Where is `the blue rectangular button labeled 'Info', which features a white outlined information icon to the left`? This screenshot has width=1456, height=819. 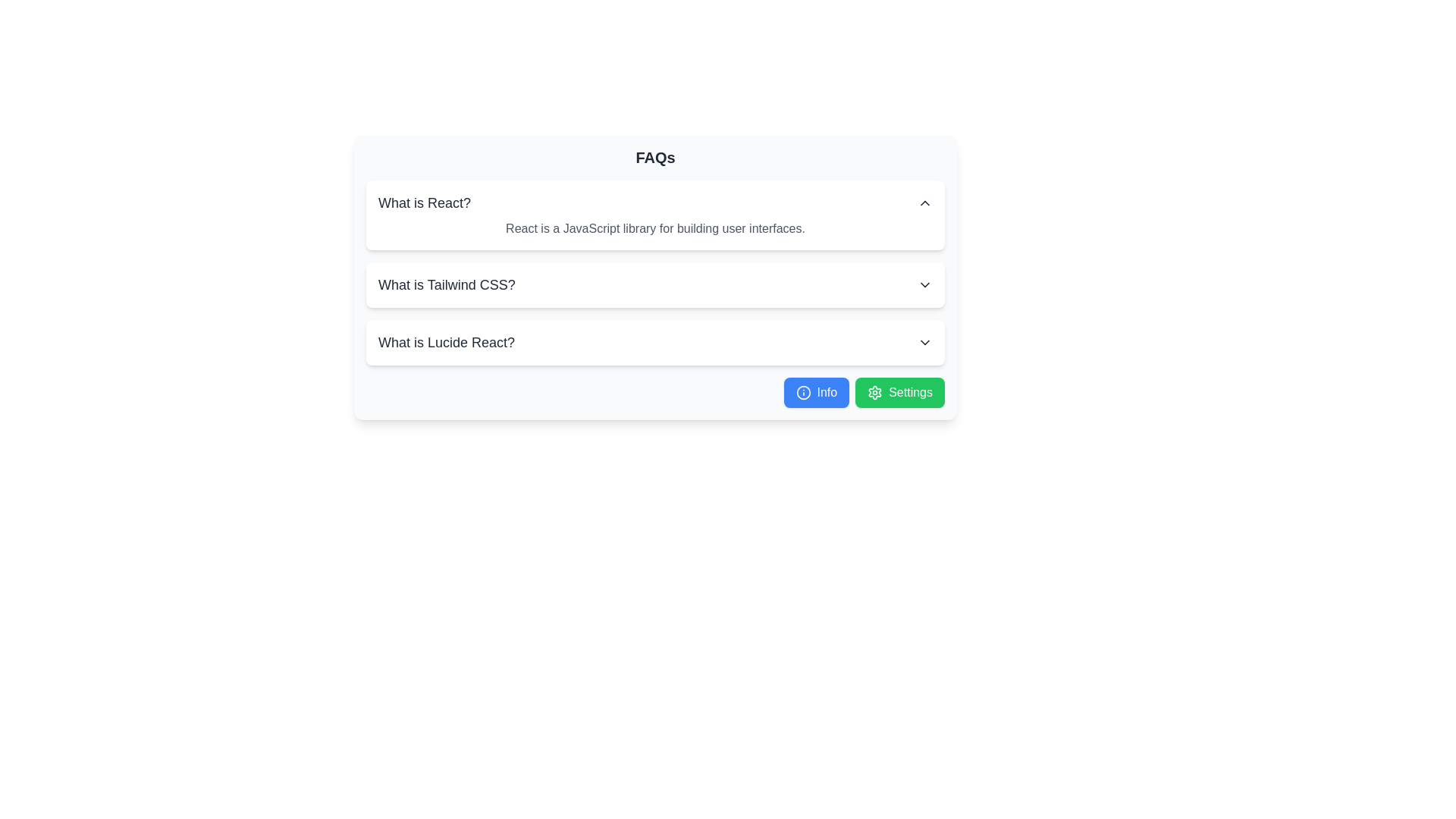
the blue rectangular button labeled 'Info', which features a white outlined information icon to the left is located at coordinates (815, 391).